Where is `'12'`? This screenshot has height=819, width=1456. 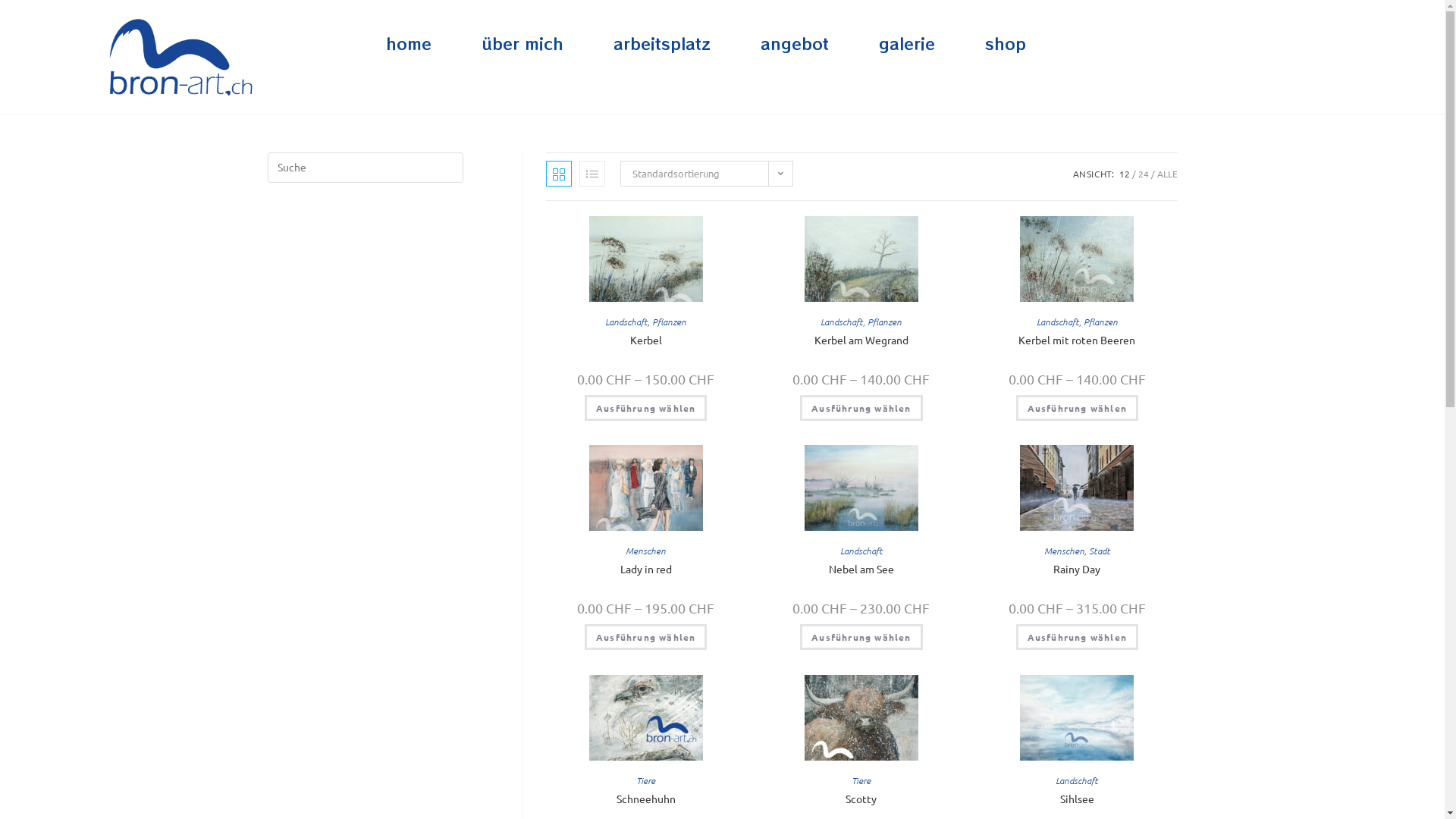
'12' is located at coordinates (1125, 172).